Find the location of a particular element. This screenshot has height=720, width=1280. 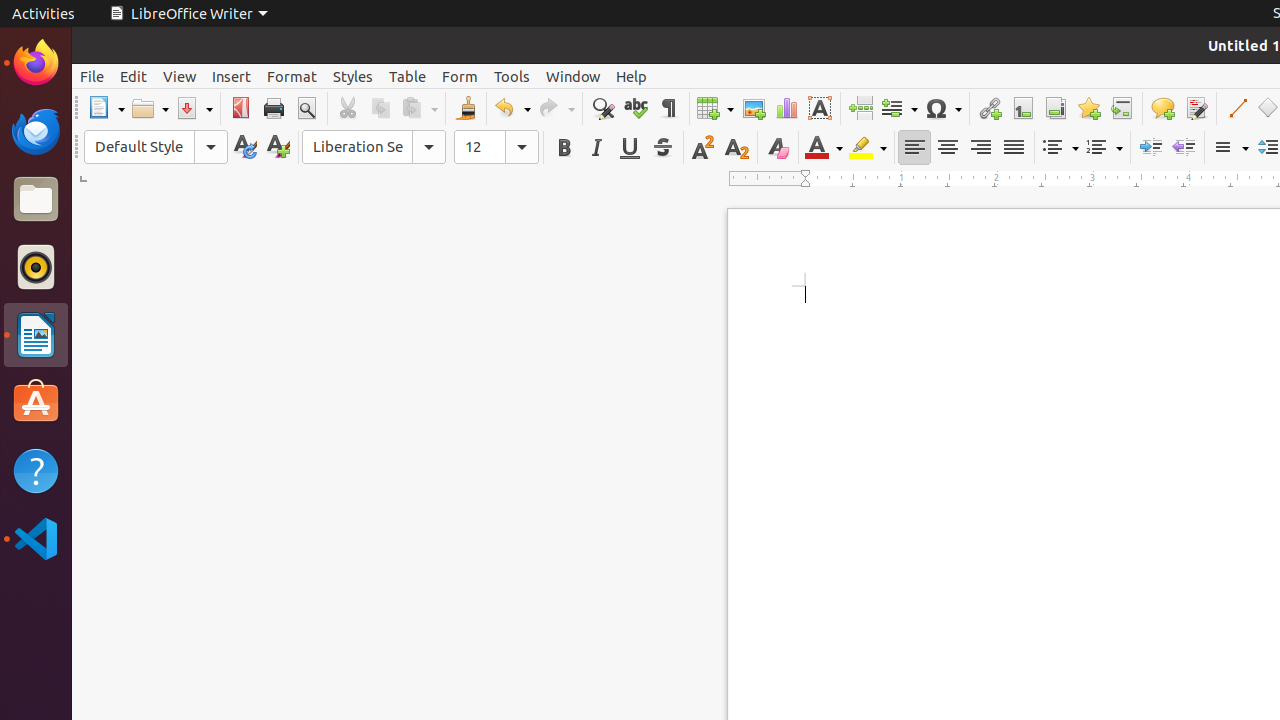

'Spelling' is located at coordinates (634, 108).